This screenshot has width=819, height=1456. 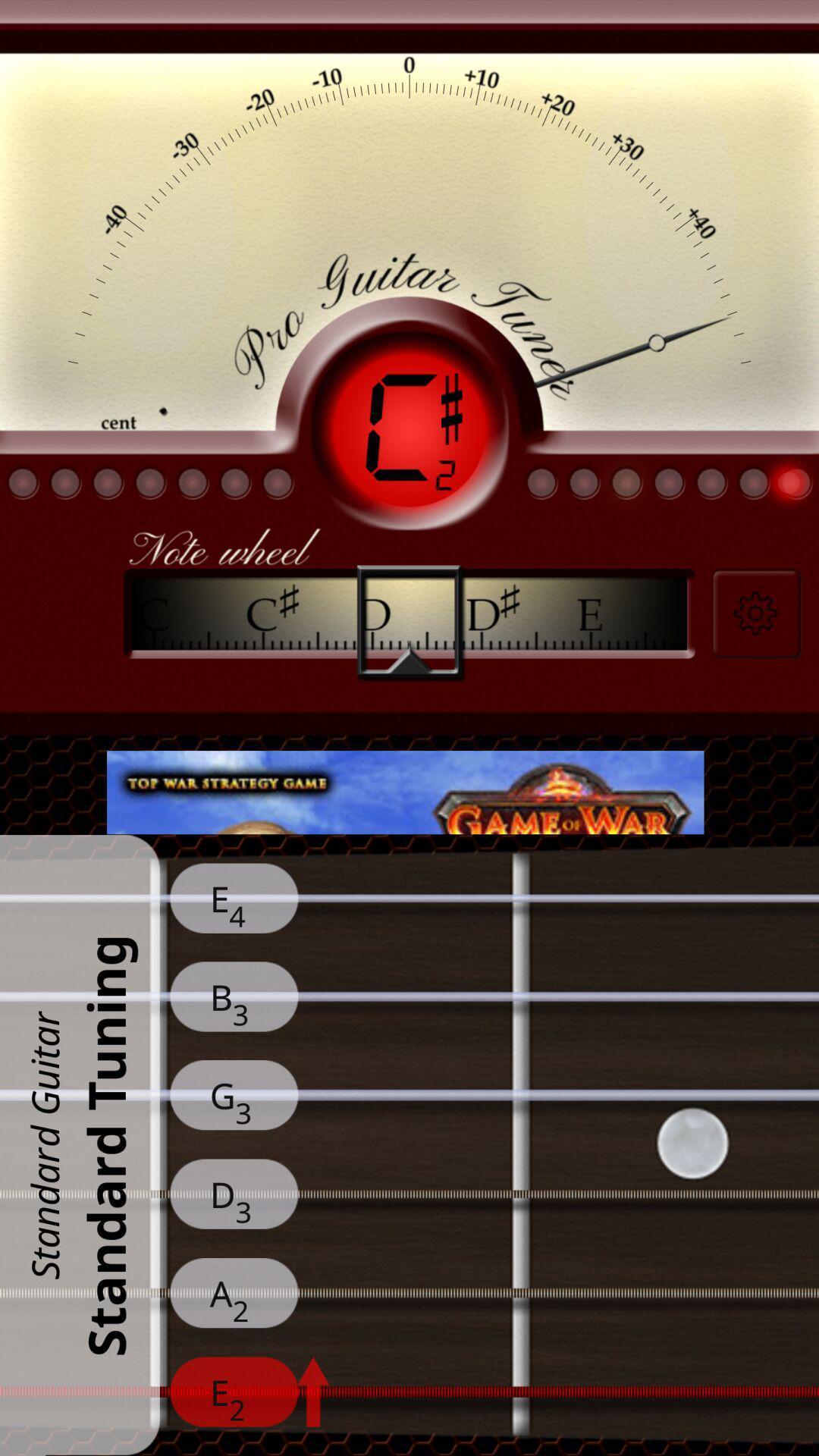 What do you see at coordinates (541, 482) in the screenshot?
I see `the first round which is below tuner` at bounding box center [541, 482].